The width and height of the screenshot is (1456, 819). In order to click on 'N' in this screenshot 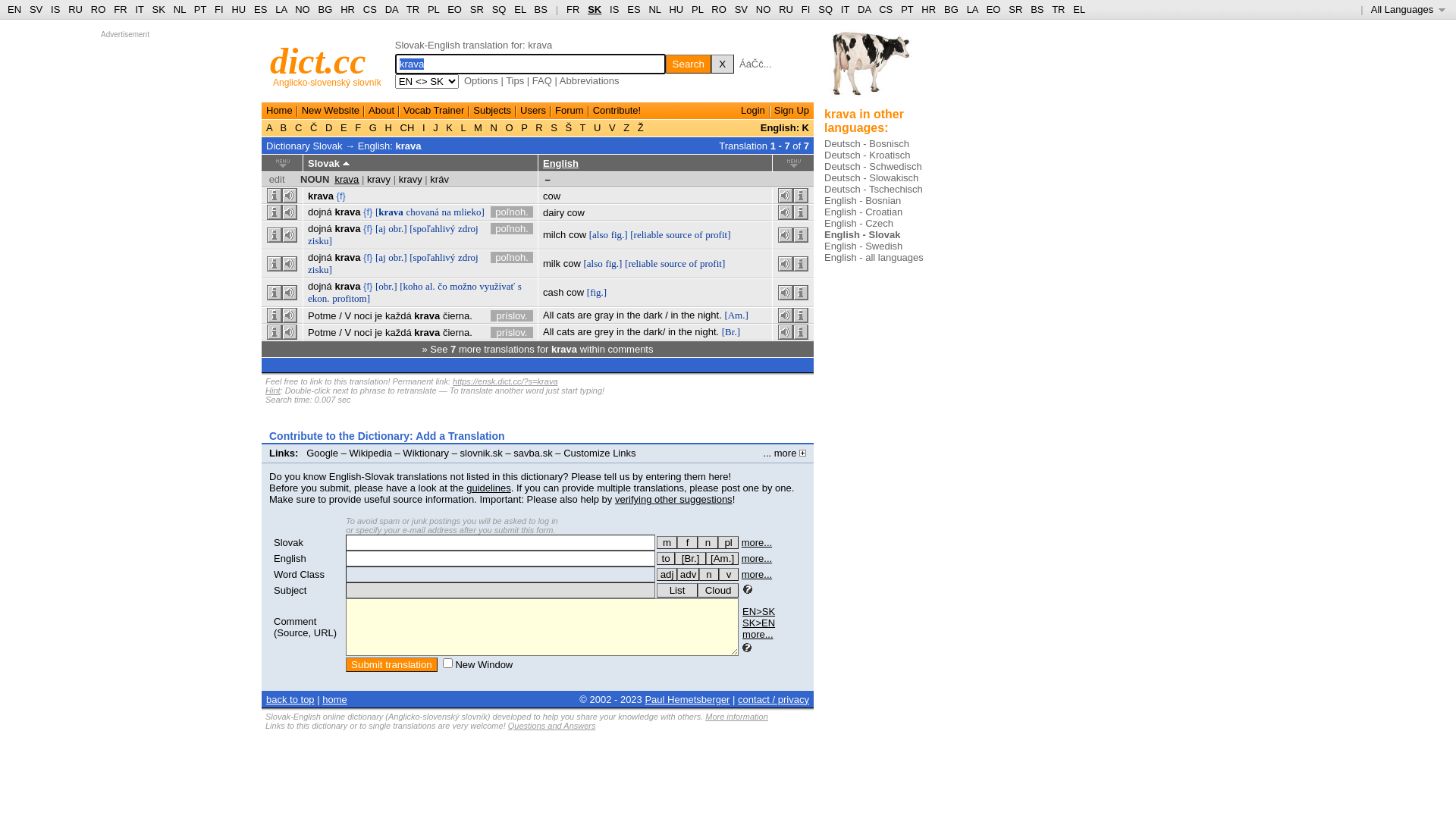, I will do `click(494, 127)`.